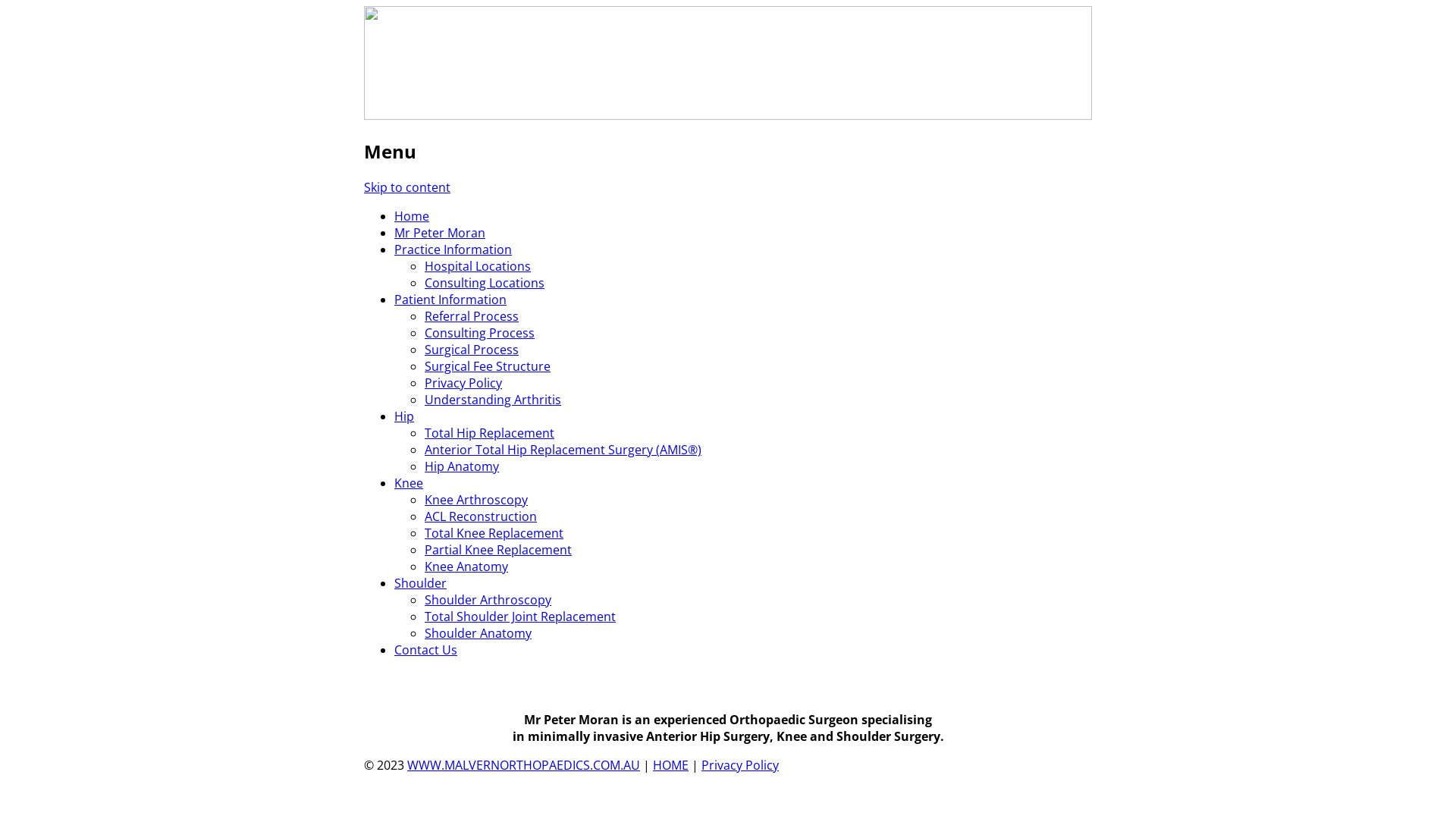 The height and width of the screenshot is (819, 1456). What do you see at coordinates (425, 283) in the screenshot?
I see `'Consulting Locations'` at bounding box center [425, 283].